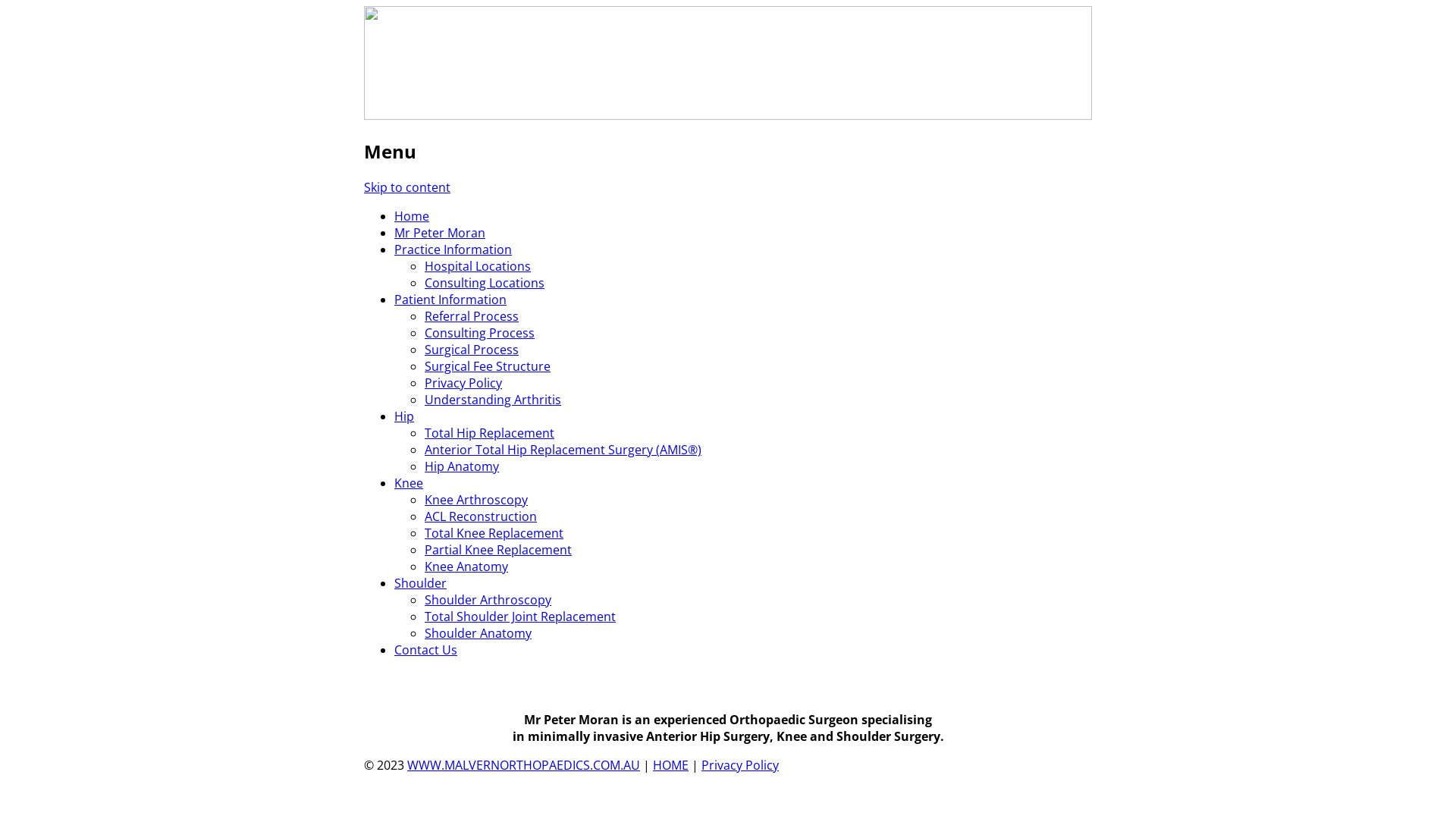 The height and width of the screenshot is (819, 1456). What do you see at coordinates (425, 283) in the screenshot?
I see `'Consulting Locations'` at bounding box center [425, 283].